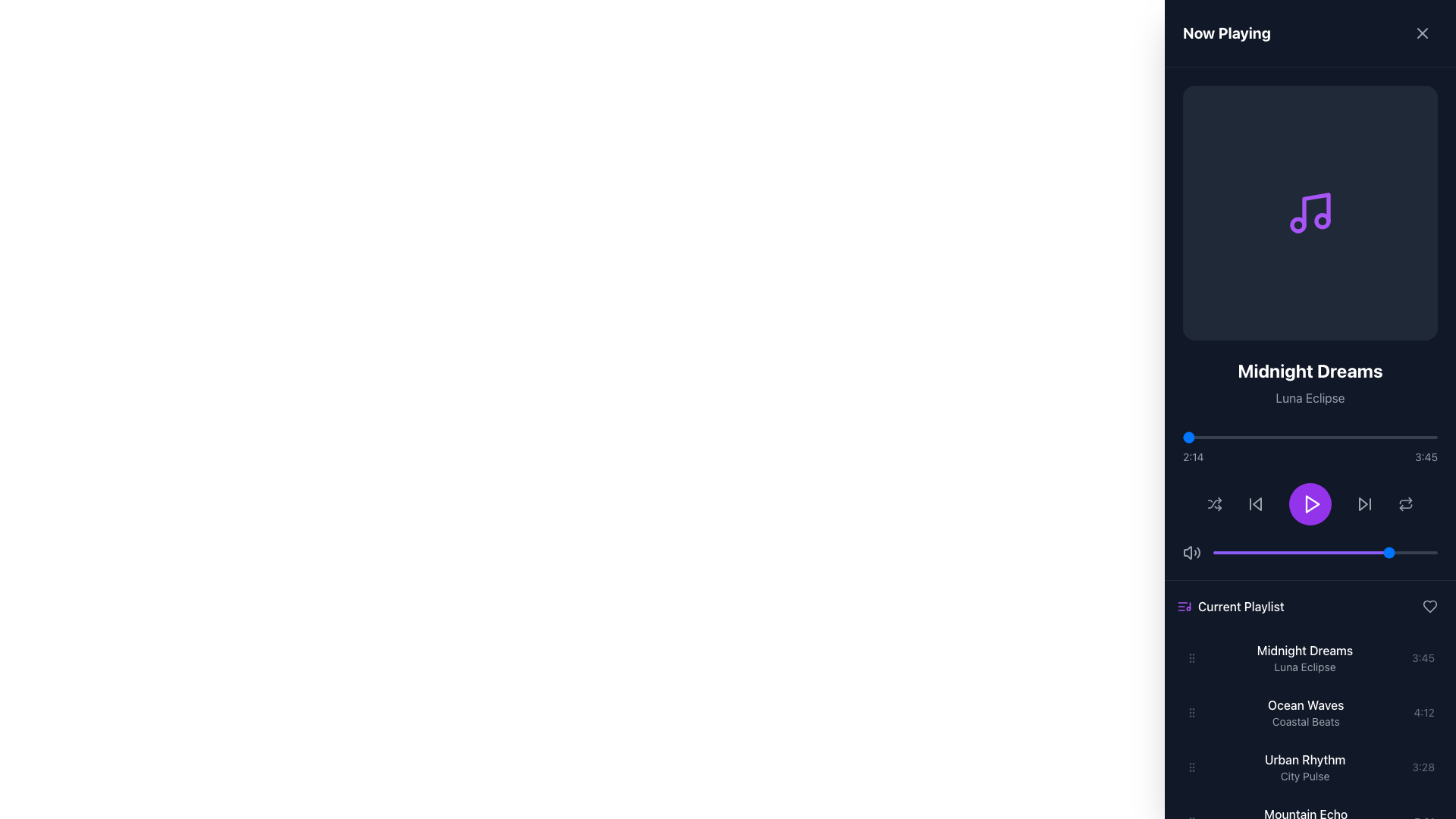 The width and height of the screenshot is (1456, 819). Describe the element at coordinates (1244, 553) in the screenshot. I see `the slider value` at that location.